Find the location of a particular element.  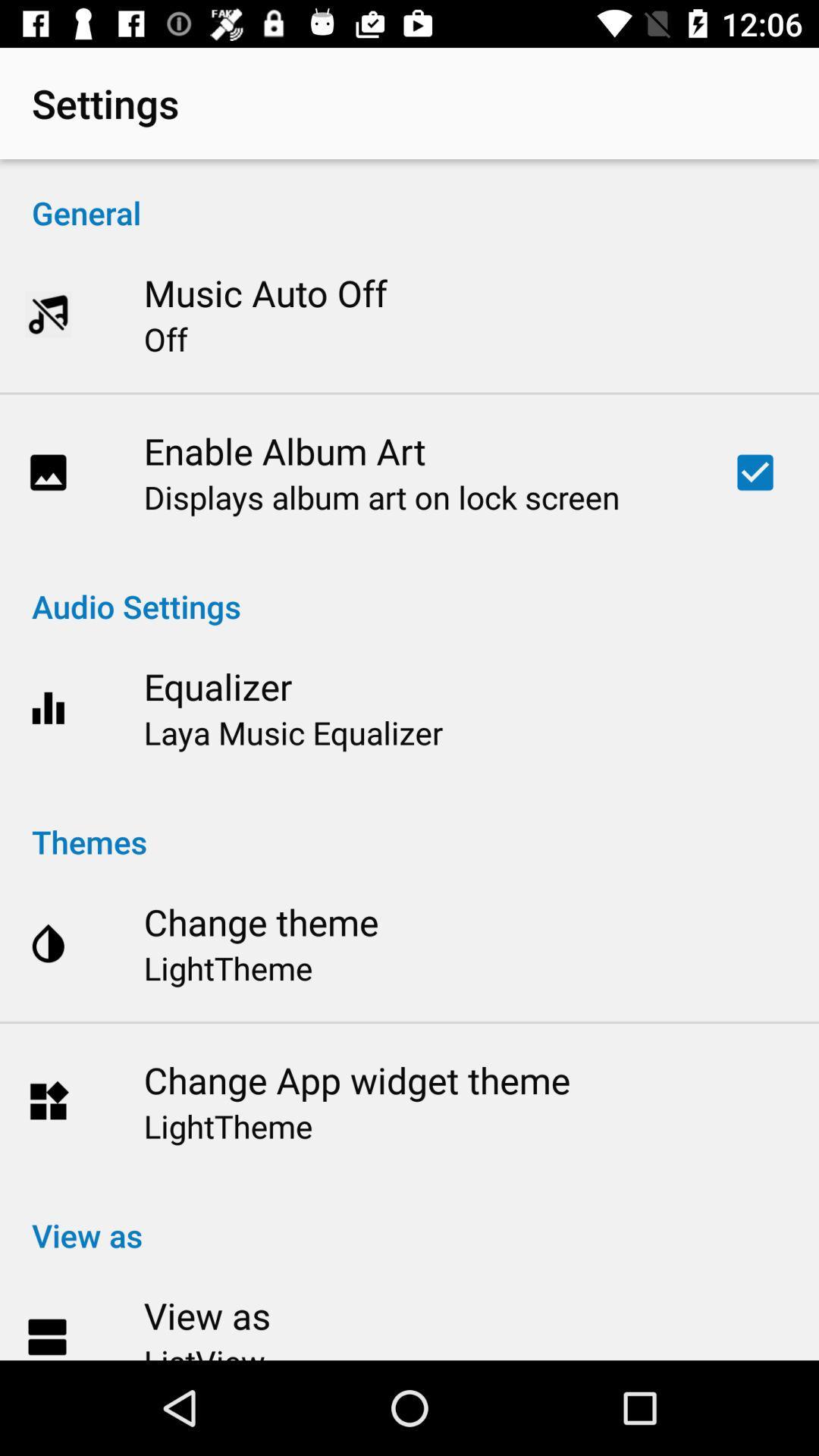

item above the music auto off item is located at coordinates (409, 196).